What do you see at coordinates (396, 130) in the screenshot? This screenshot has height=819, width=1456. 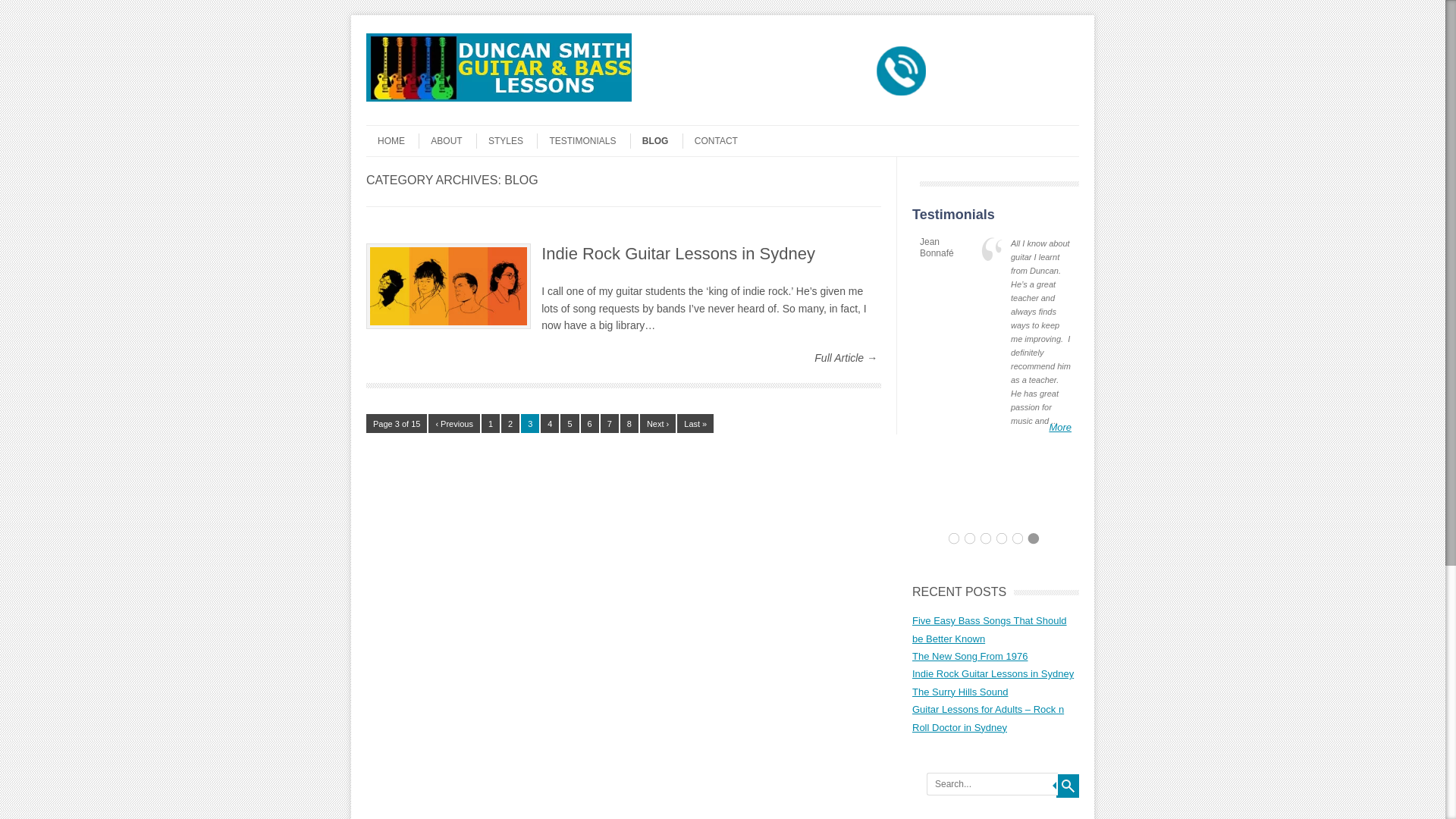 I see `'Skip to content'` at bounding box center [396, 130].